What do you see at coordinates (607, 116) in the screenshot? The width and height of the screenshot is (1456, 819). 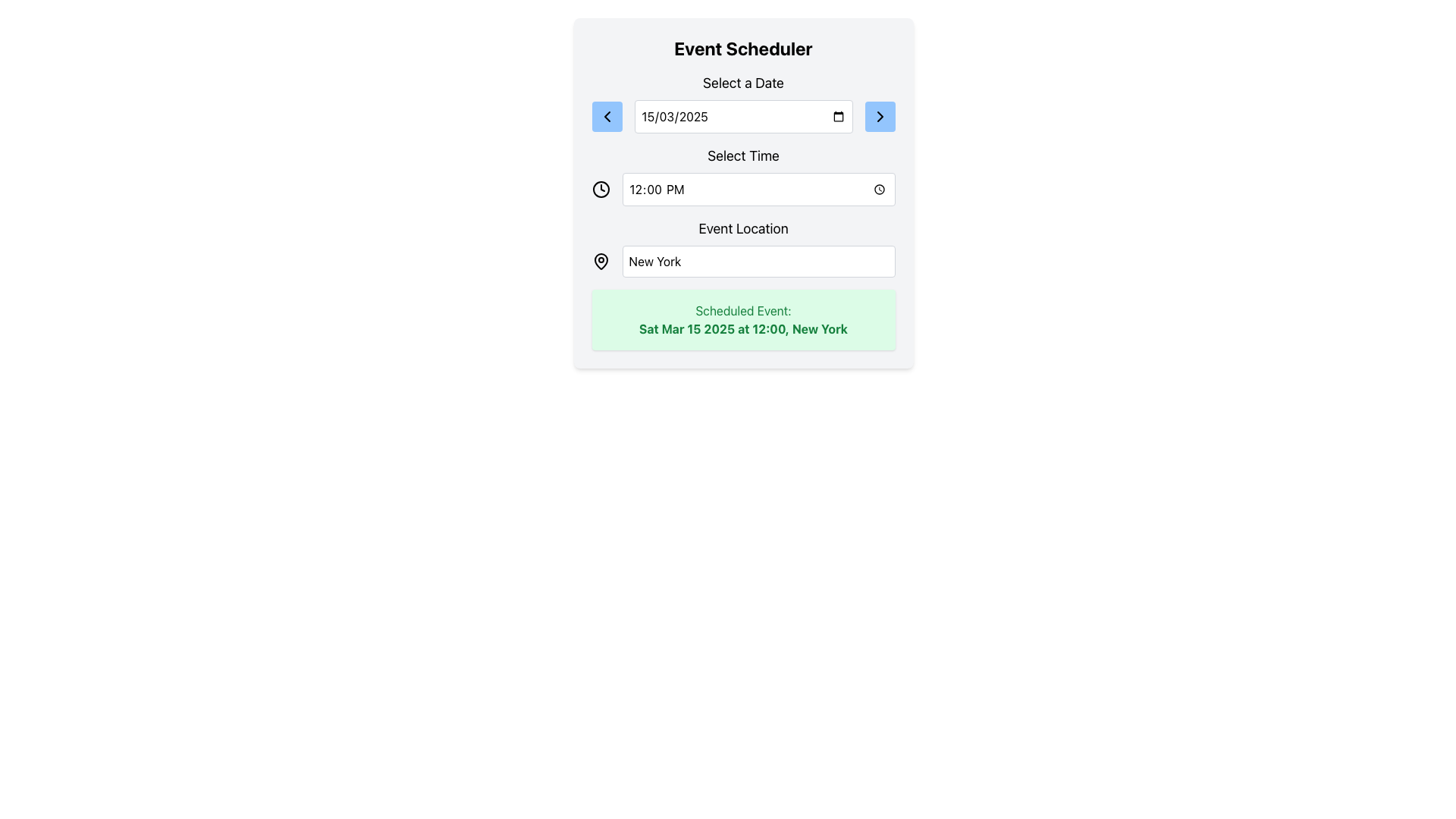 I see `the minimalist left-pointing chevron icon to decrement the date in the 'Select a Date' input field of the event scheduler interface` at bounding box center [607, 116].